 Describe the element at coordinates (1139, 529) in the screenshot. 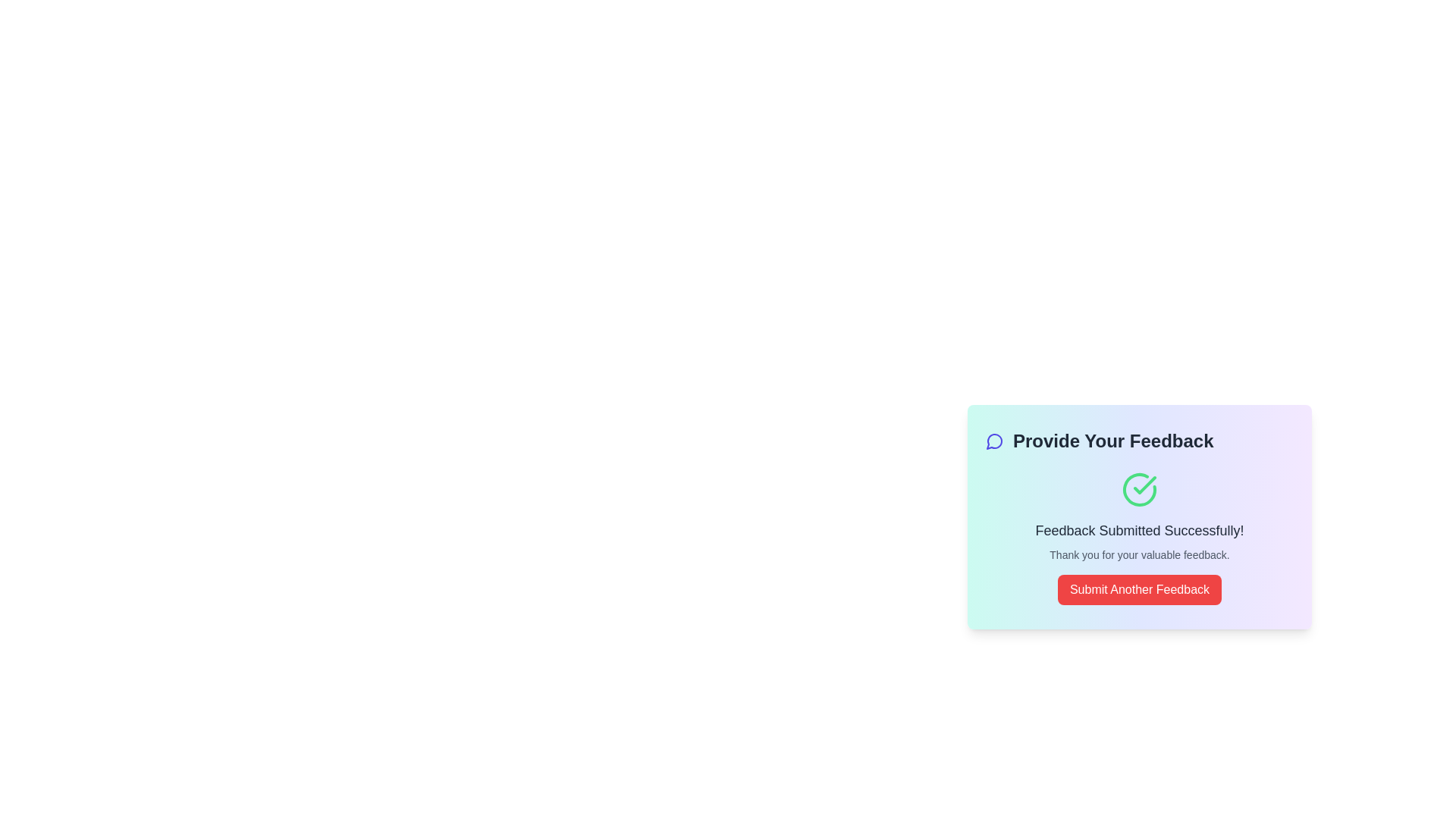

I see `the text label displaying the message 'Feedback Submitted Successfully!' which is styled prominently in a large dark gray font within the feedback confirmation interface` at that location.